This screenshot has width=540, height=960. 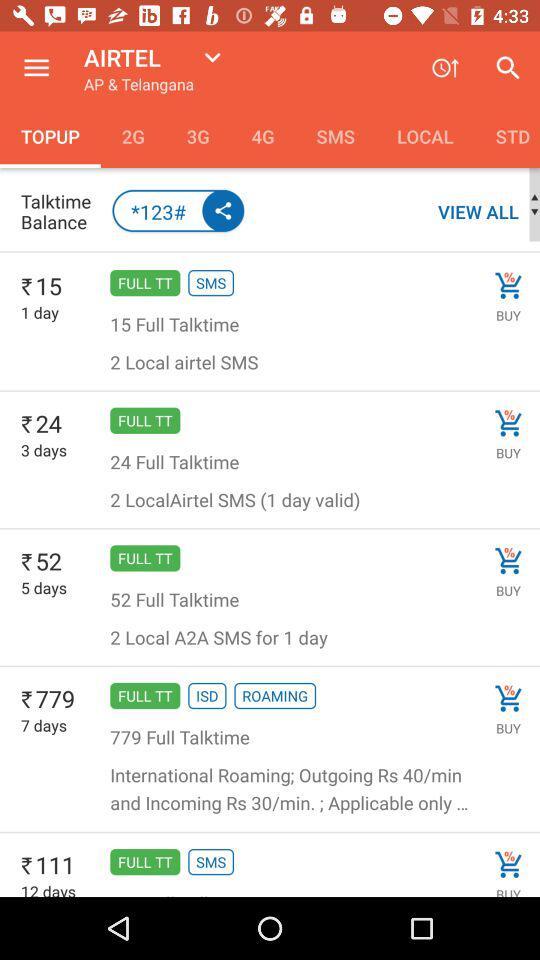 What do you see at coordinates (133, 135) in the screenshot?
I see `the icon next to the topup item` at bounding box center [133, 135].